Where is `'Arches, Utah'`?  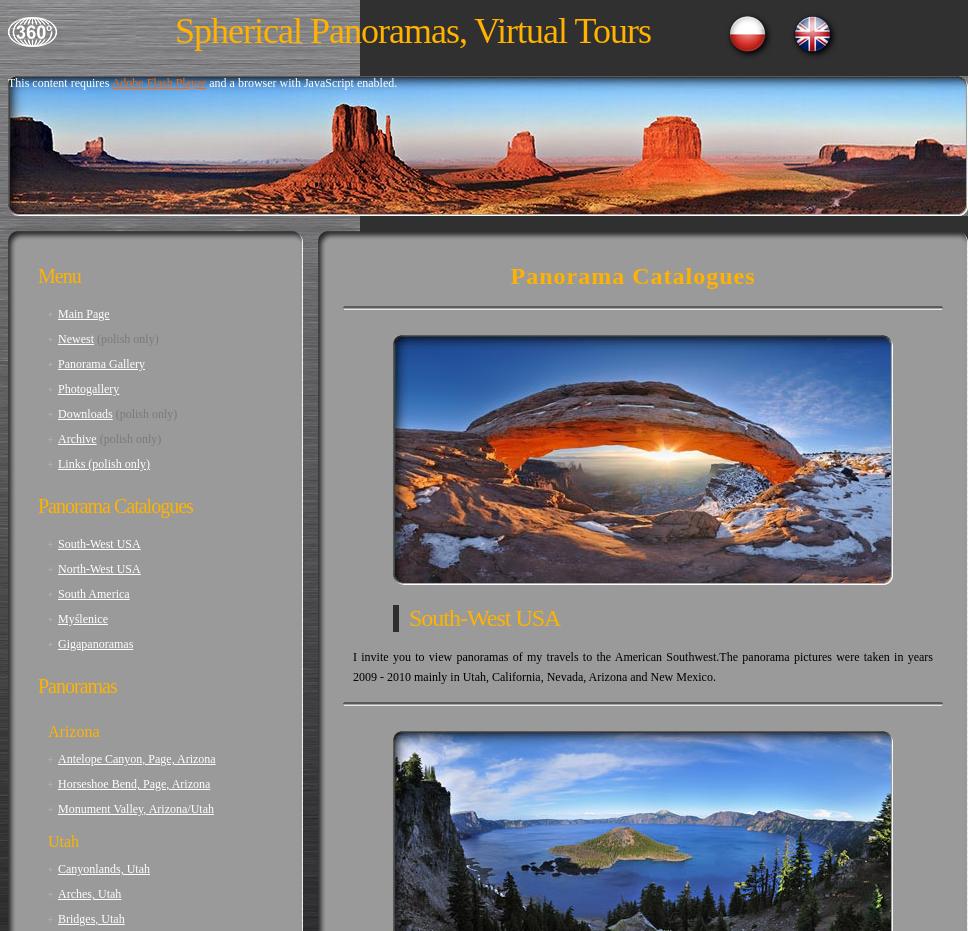 'Arches, Utah' is located at coordinates (89, 894).